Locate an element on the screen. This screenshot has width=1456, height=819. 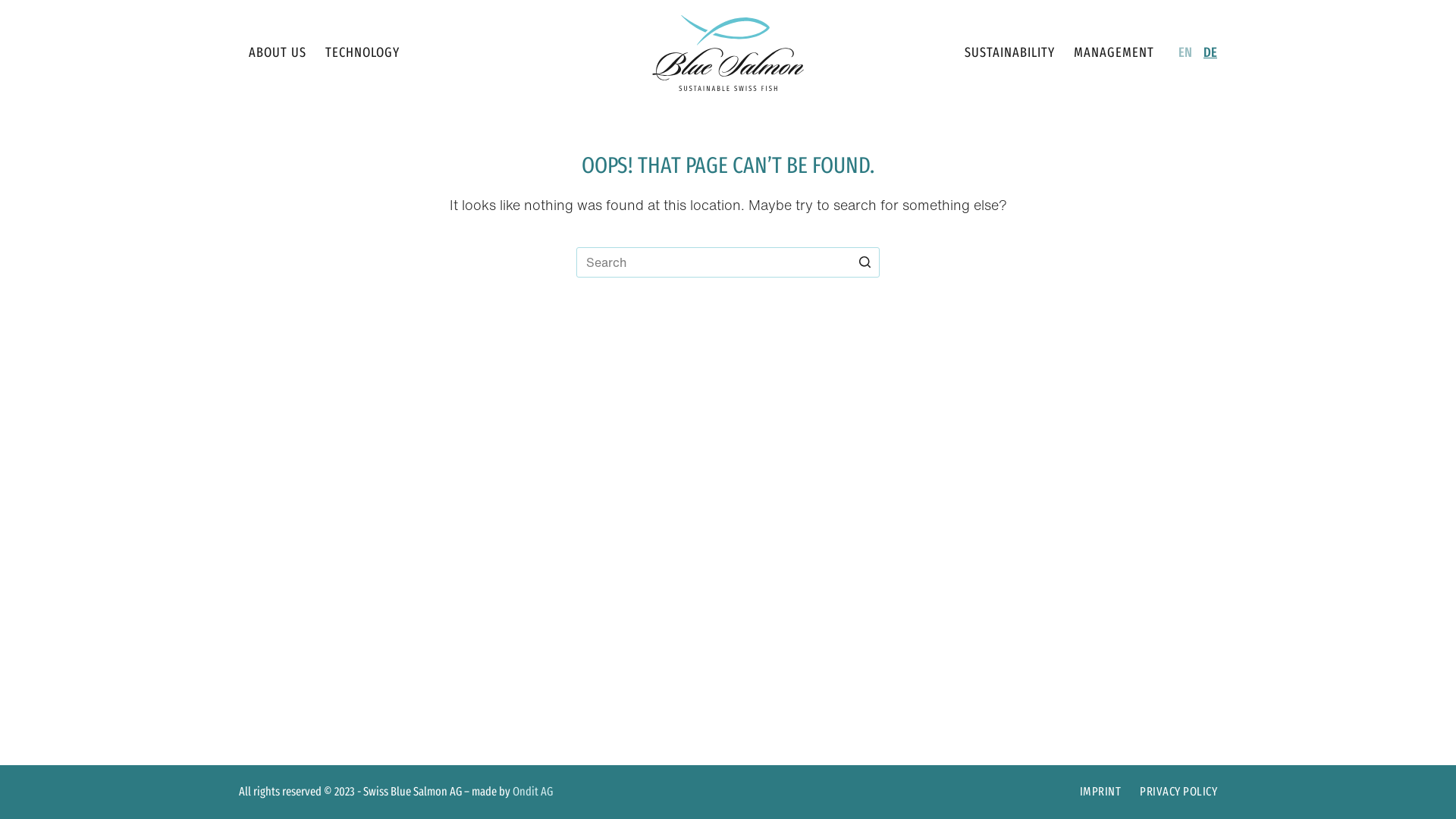
'Ondit AG' is located at coordinates (532, 790).